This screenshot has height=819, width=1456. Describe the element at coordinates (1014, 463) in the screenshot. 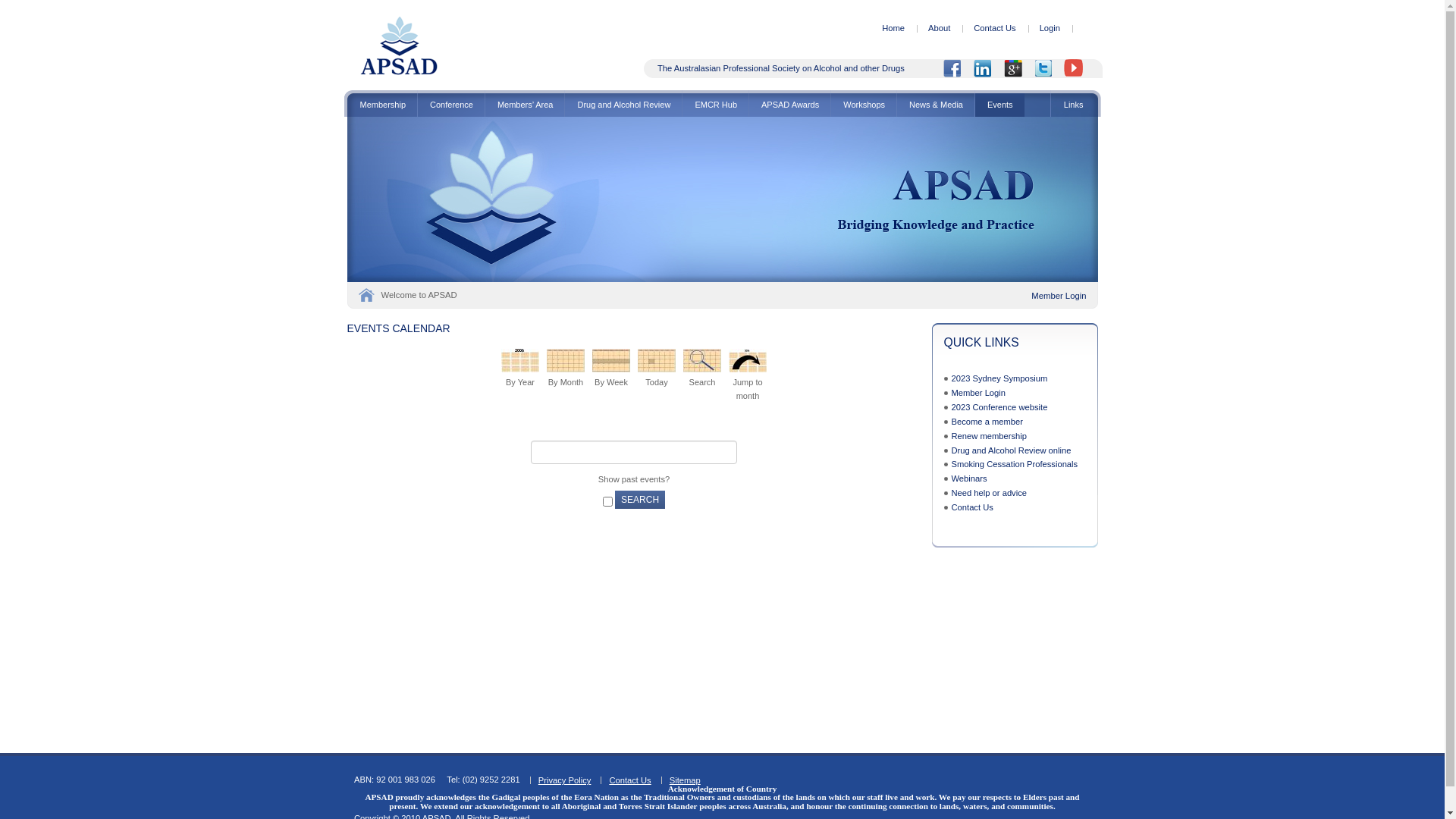

I see `'Smoking Cessation Professionals'` at that location.